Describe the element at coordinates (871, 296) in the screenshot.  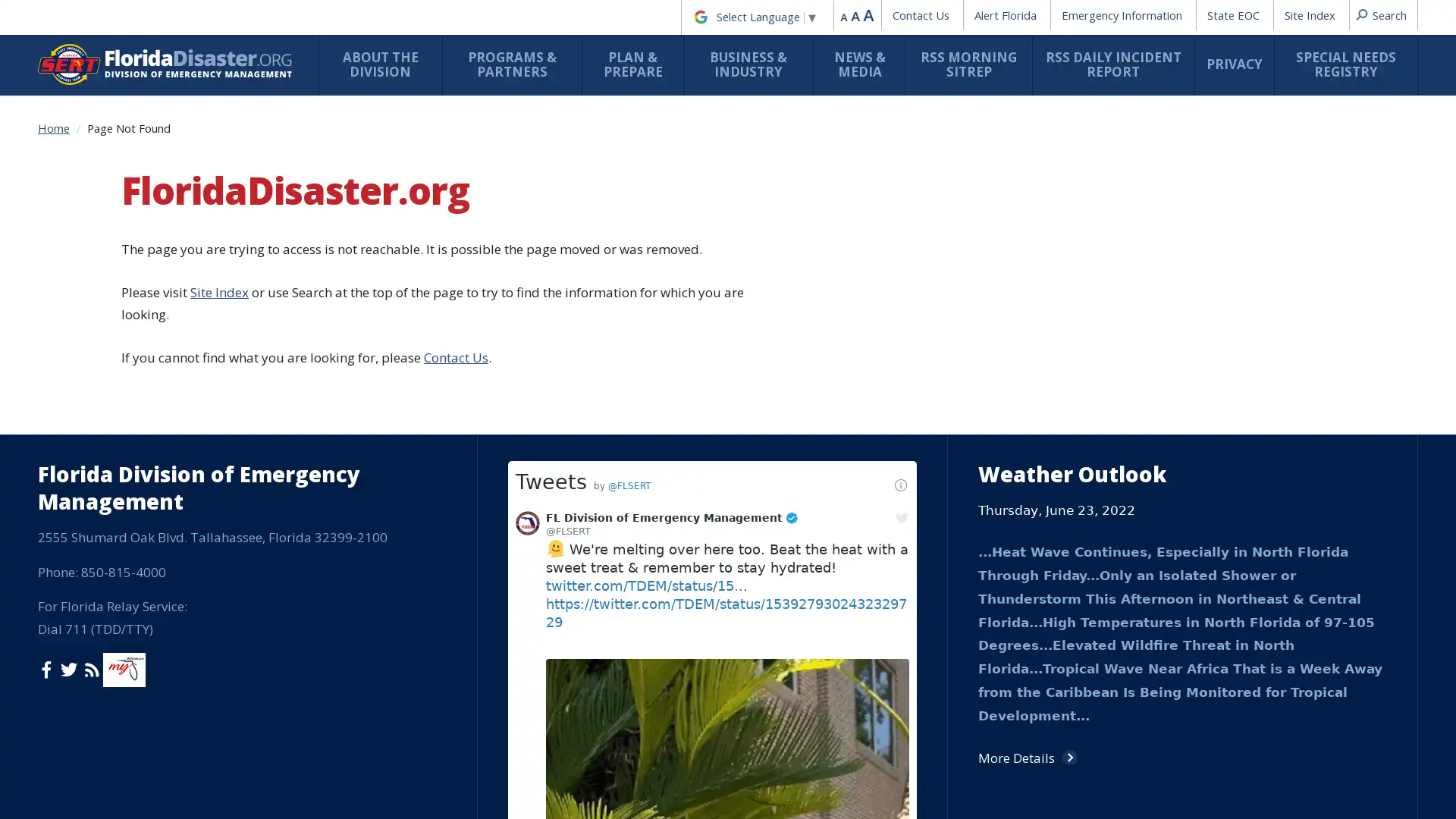
I see `Toggle More` at that location.